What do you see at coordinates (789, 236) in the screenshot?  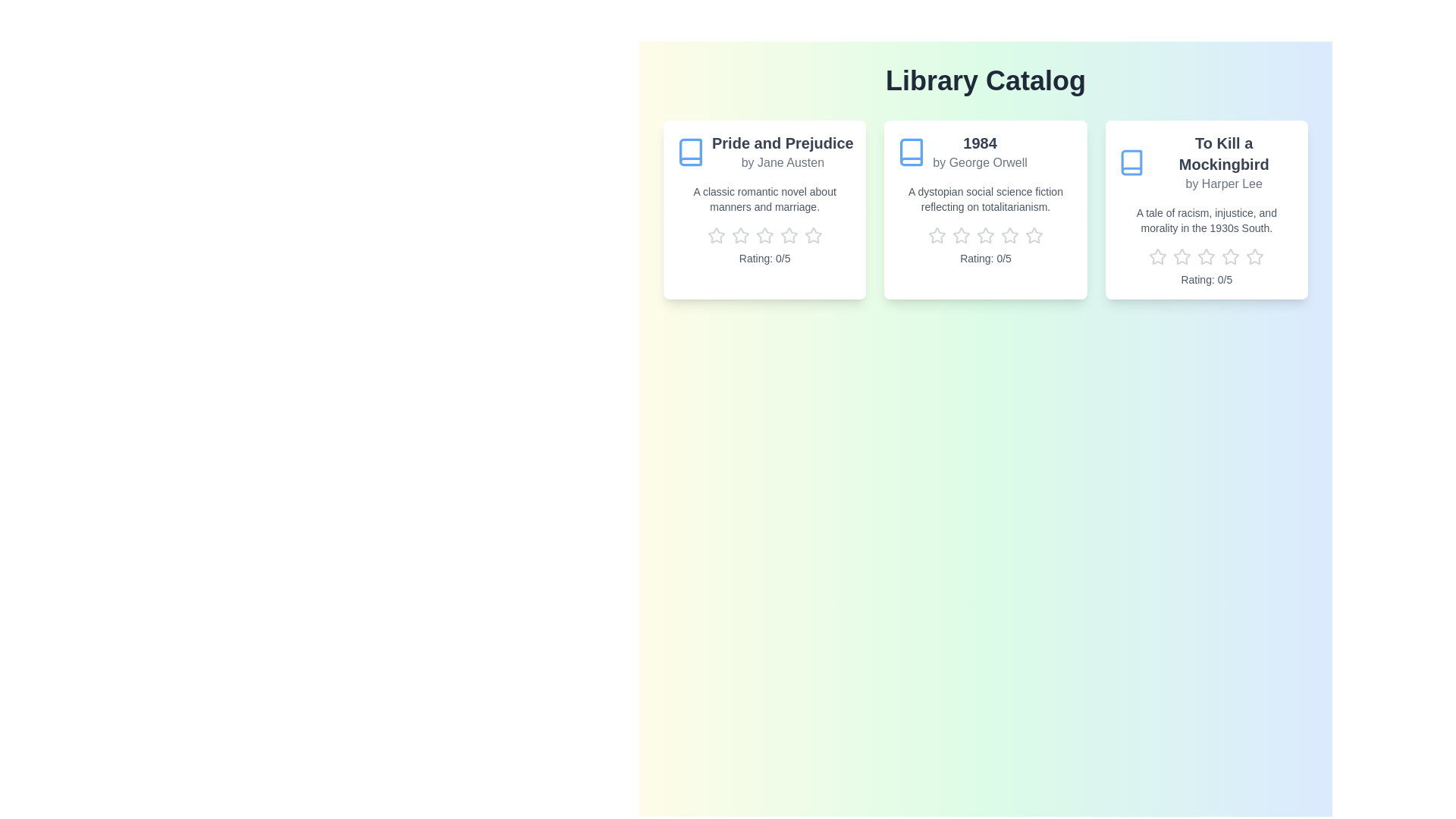 I see `the rating of the book 'Pride and Prejudice' to 4 stars by clicking the corresponding star` at bounding box center [789, 236].